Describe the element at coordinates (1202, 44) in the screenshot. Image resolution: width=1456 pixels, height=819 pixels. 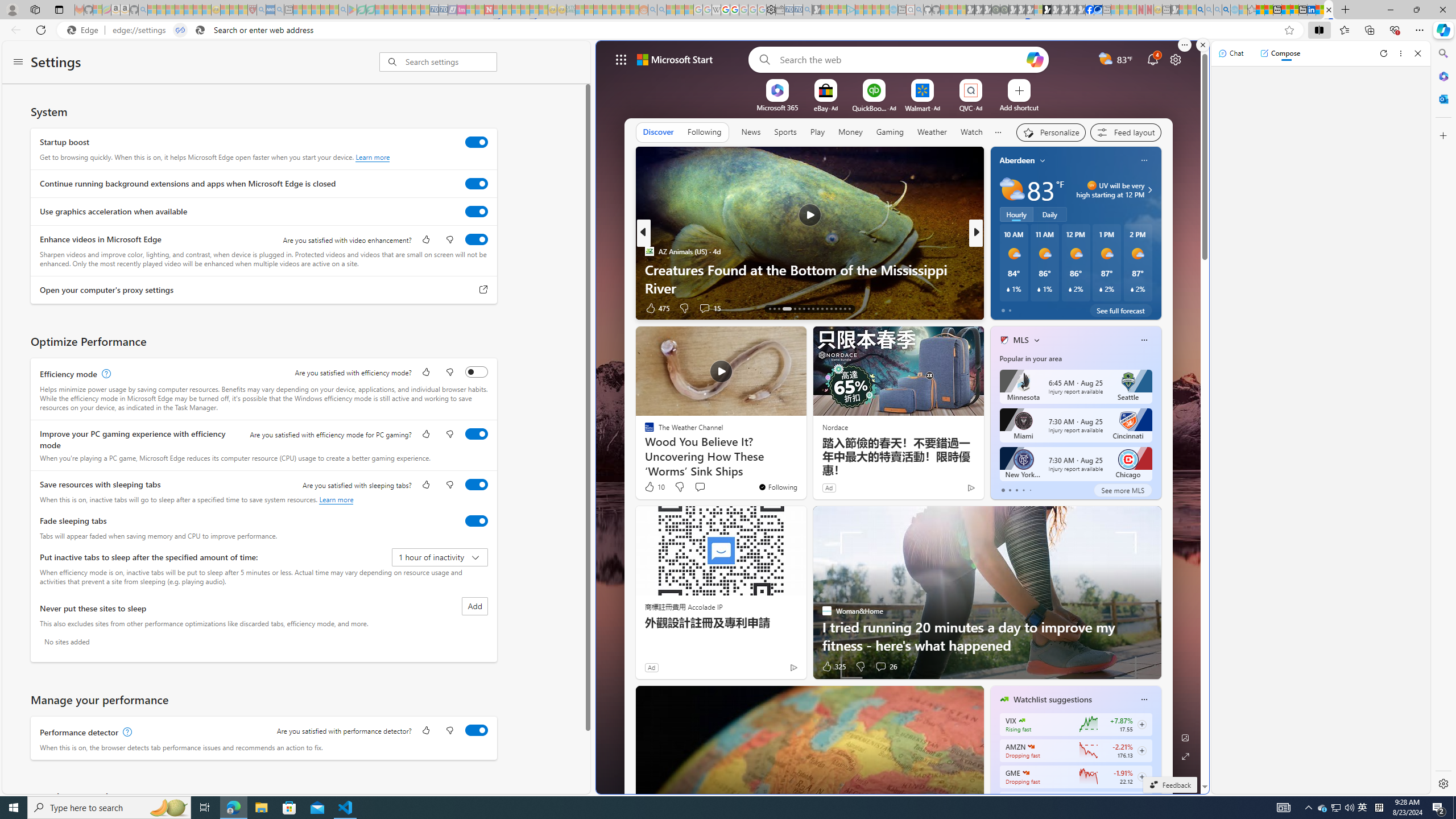
I see `'Close split screen.'` at that location.